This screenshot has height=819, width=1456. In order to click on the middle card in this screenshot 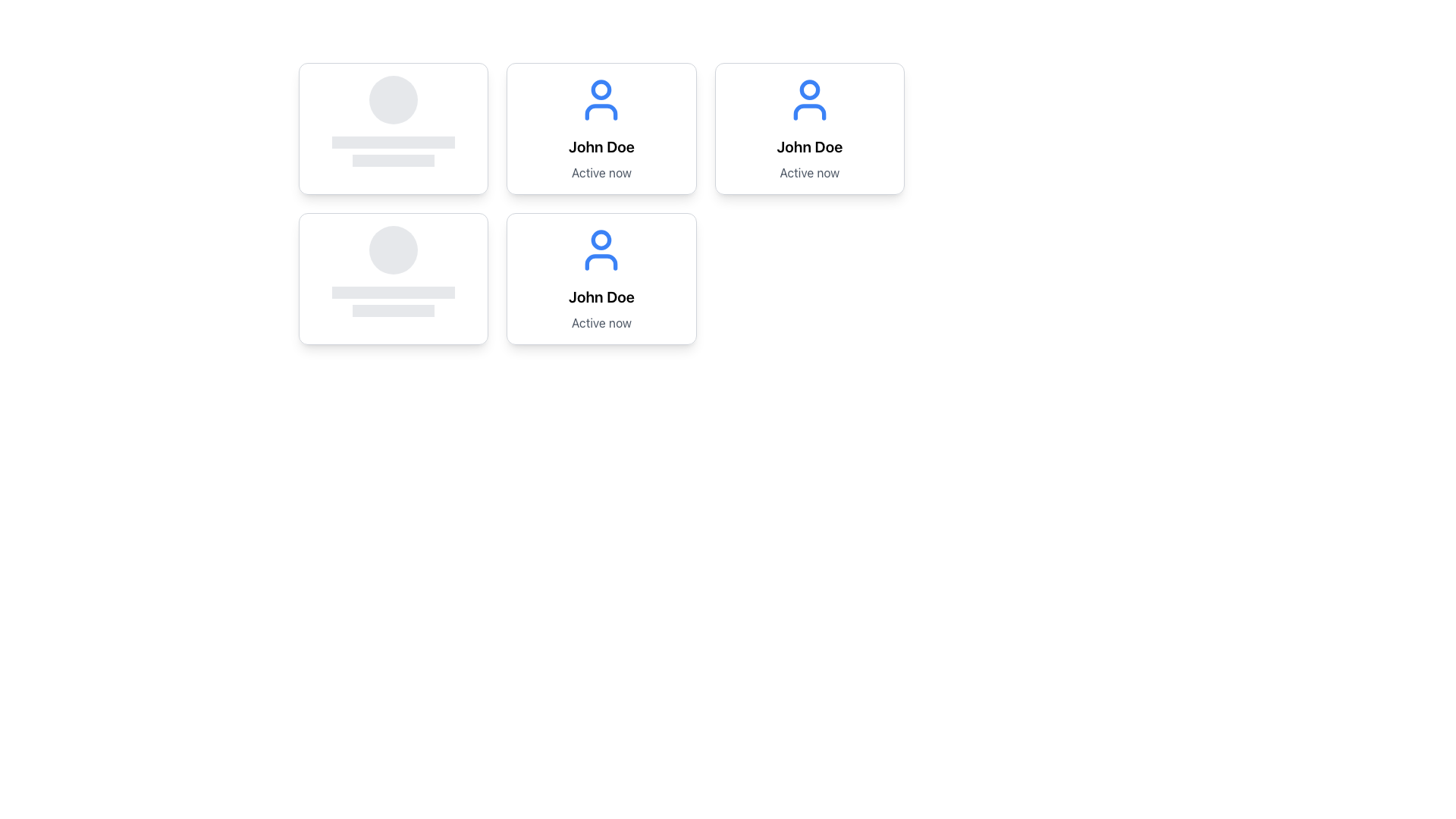, I will do `click(601, 127)`.